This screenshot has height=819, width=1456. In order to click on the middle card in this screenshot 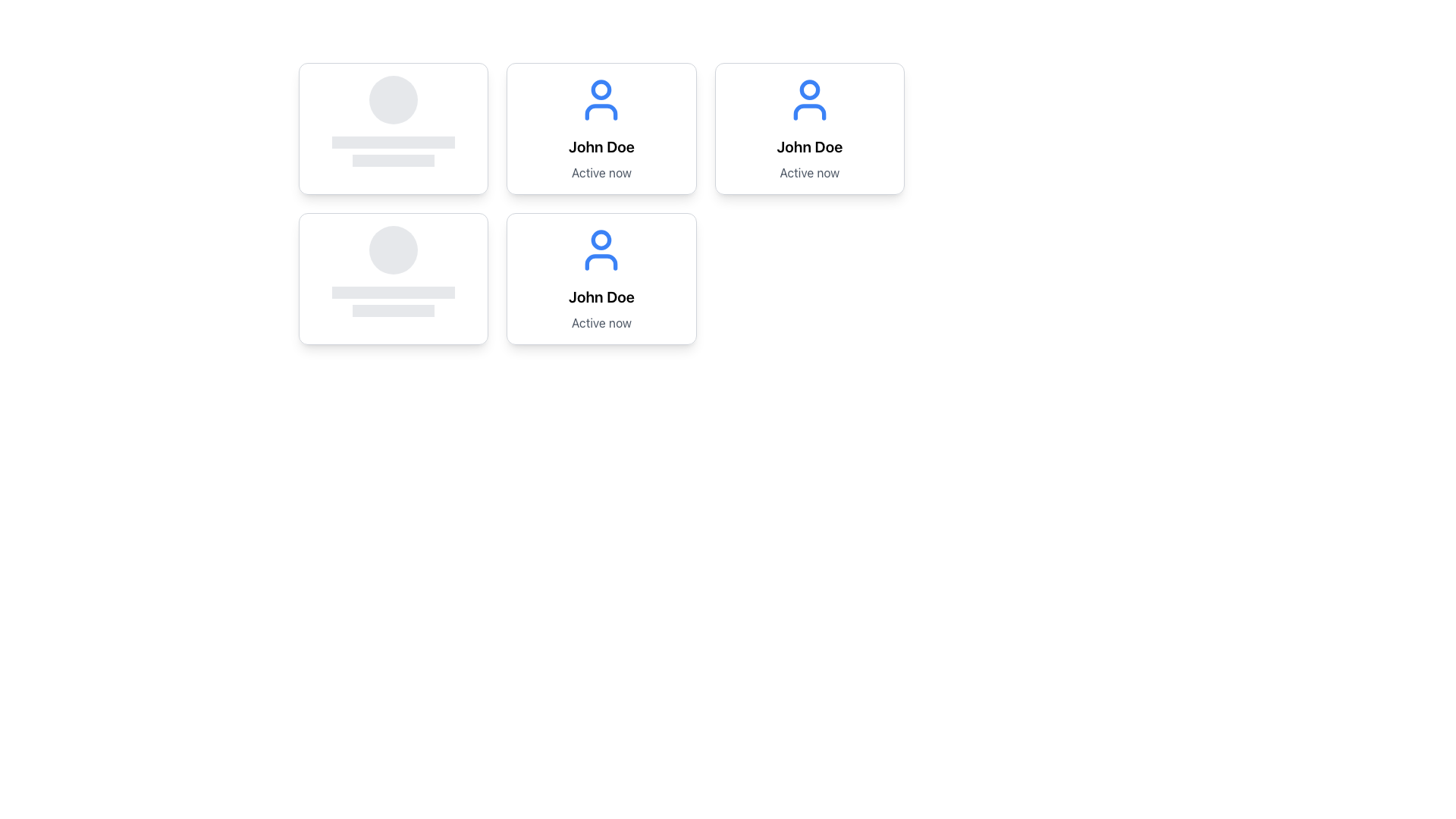, I will do `click(601, 127)`.